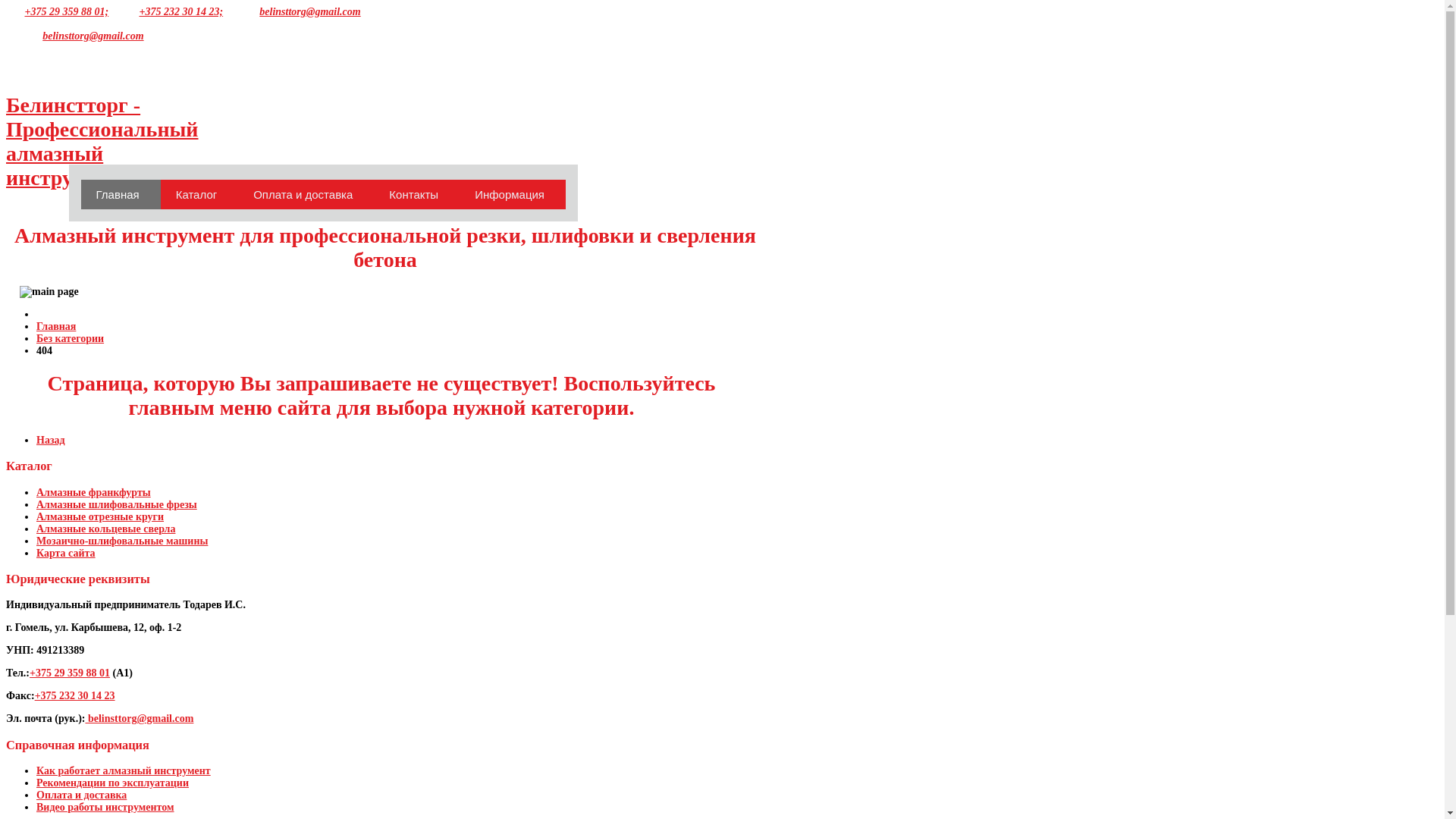 This screenshot has width=1456, height=819. I want to click on '+375 29 359 88 01;', so click(65, 11).